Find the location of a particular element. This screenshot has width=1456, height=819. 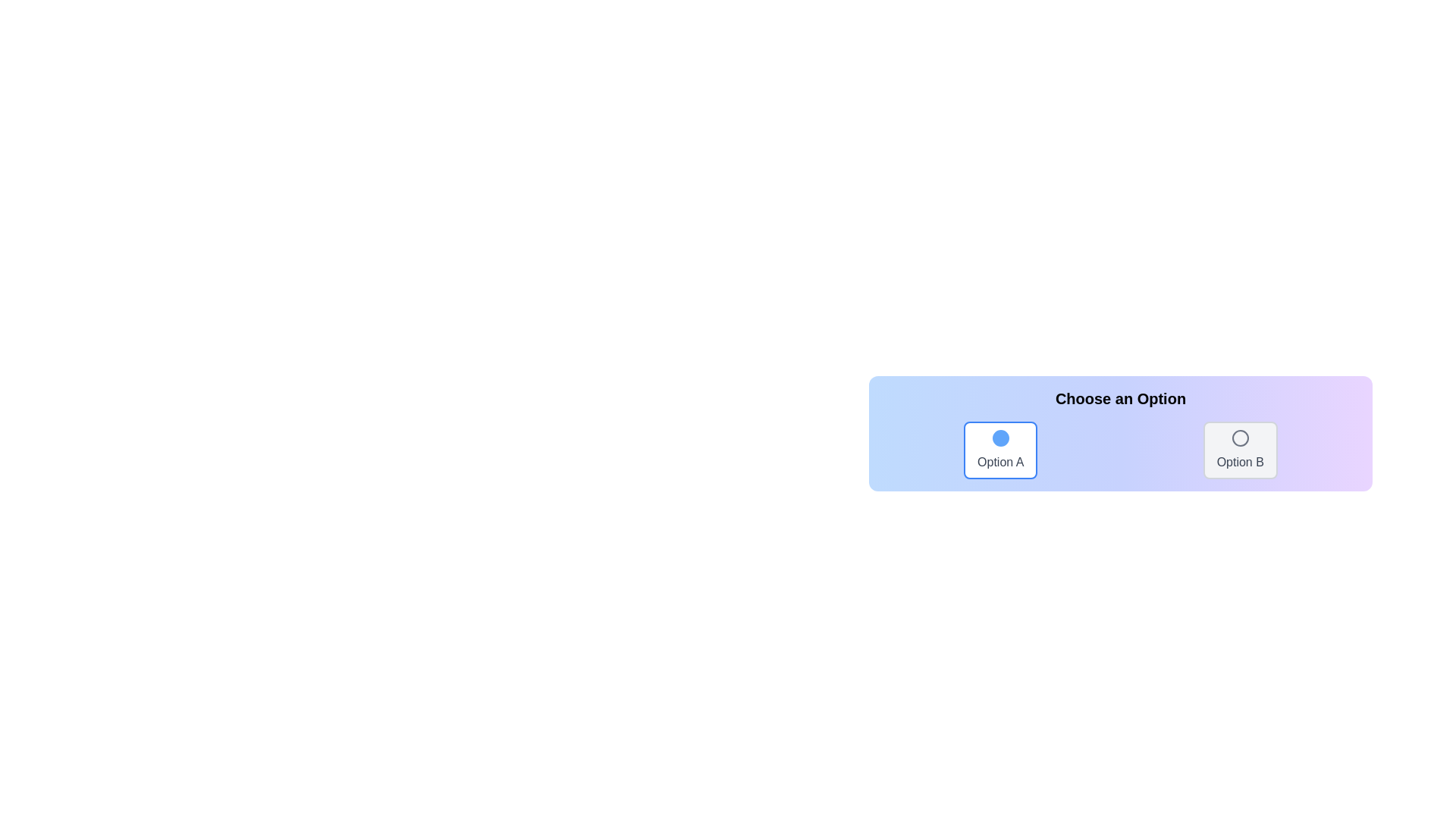

the selectable option labeled 'Option B' is located at coordinates (1240, 450).